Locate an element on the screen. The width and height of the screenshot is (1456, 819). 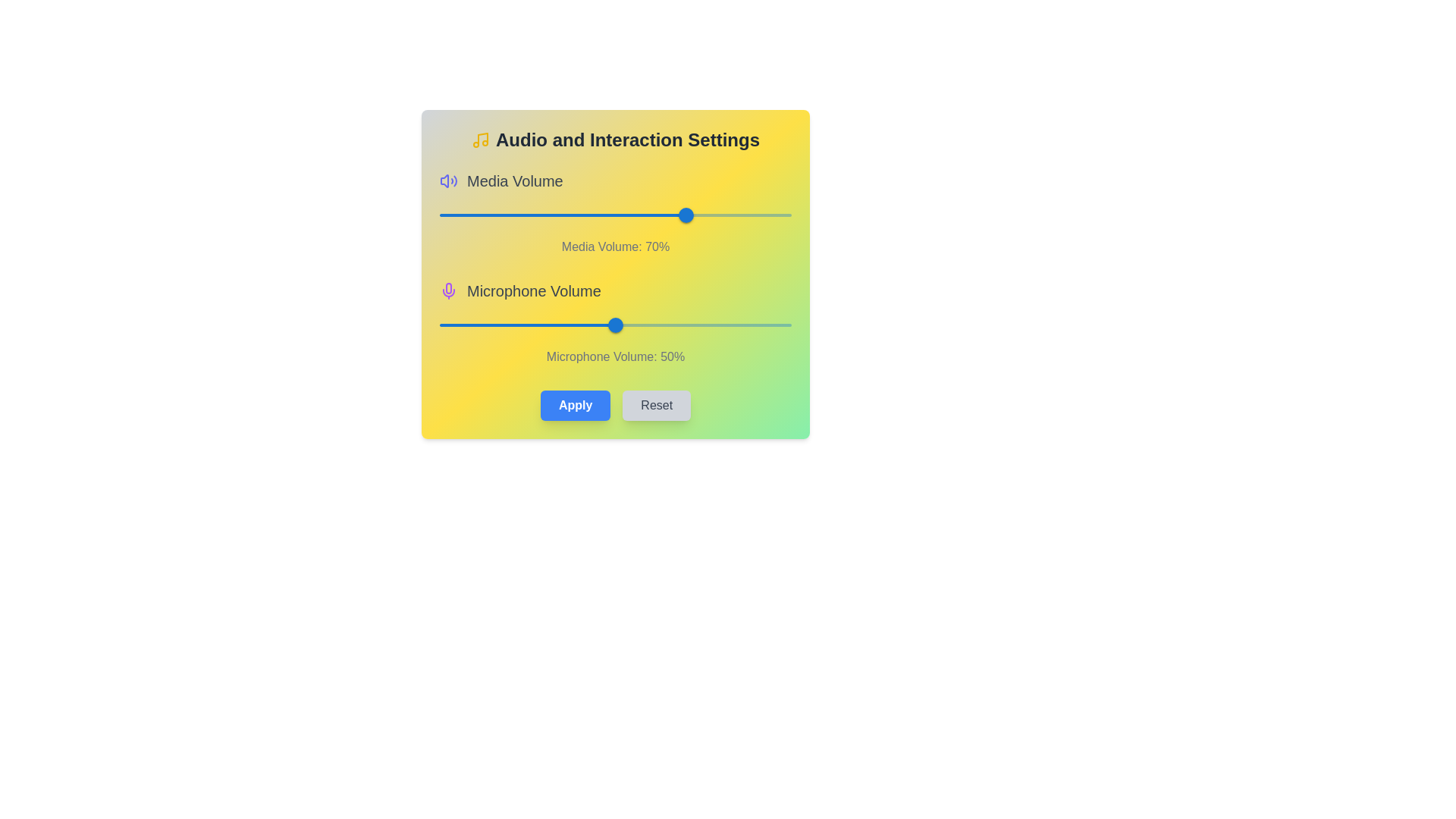
the 'Apply' button located at the bottom center of the 'Audio and Interaction Settings' card for keyboard interaction is located at coordinates (575, 405).